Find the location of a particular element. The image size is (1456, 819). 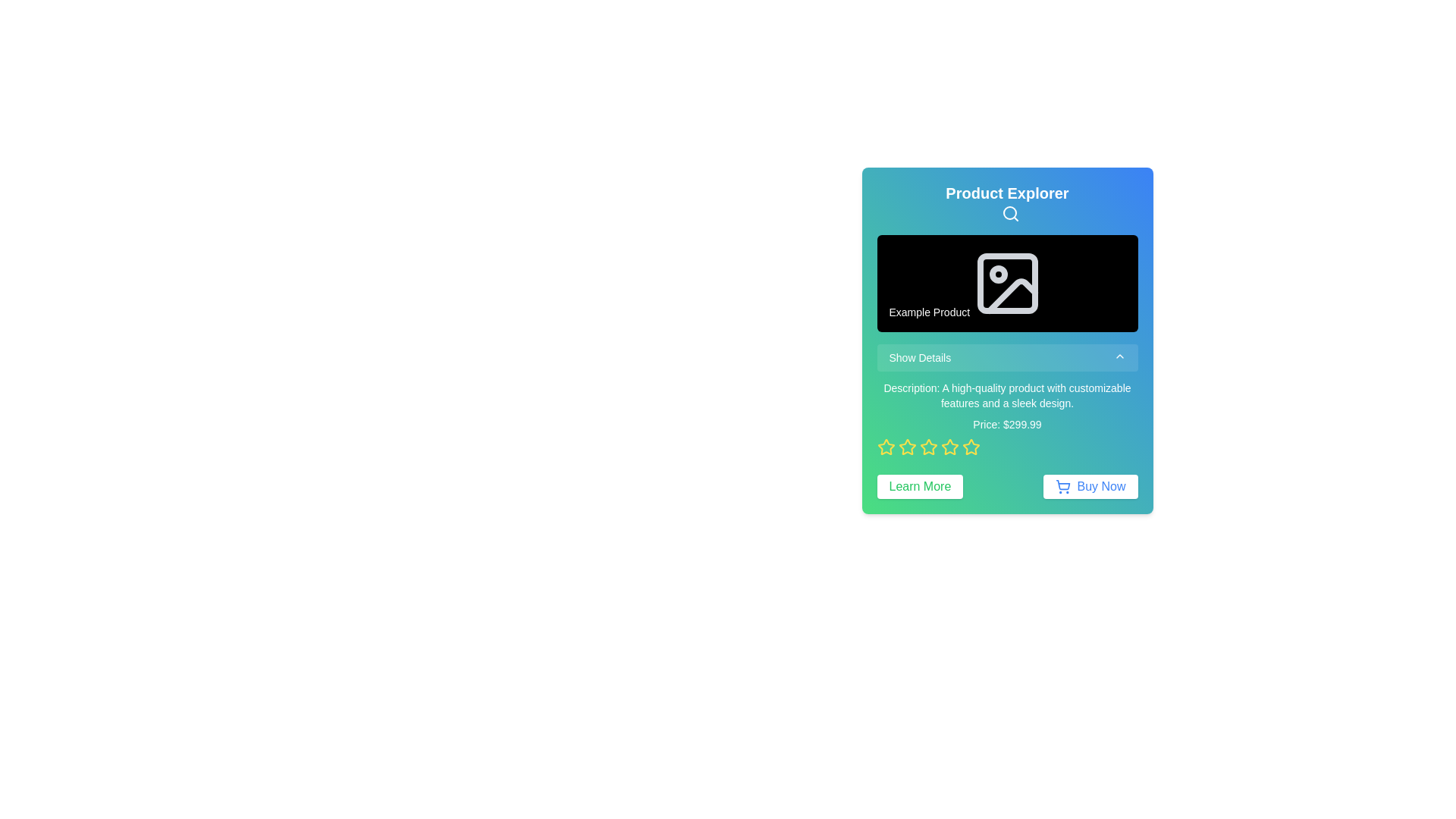

the middle star icon is located at coordinates (949, 446).